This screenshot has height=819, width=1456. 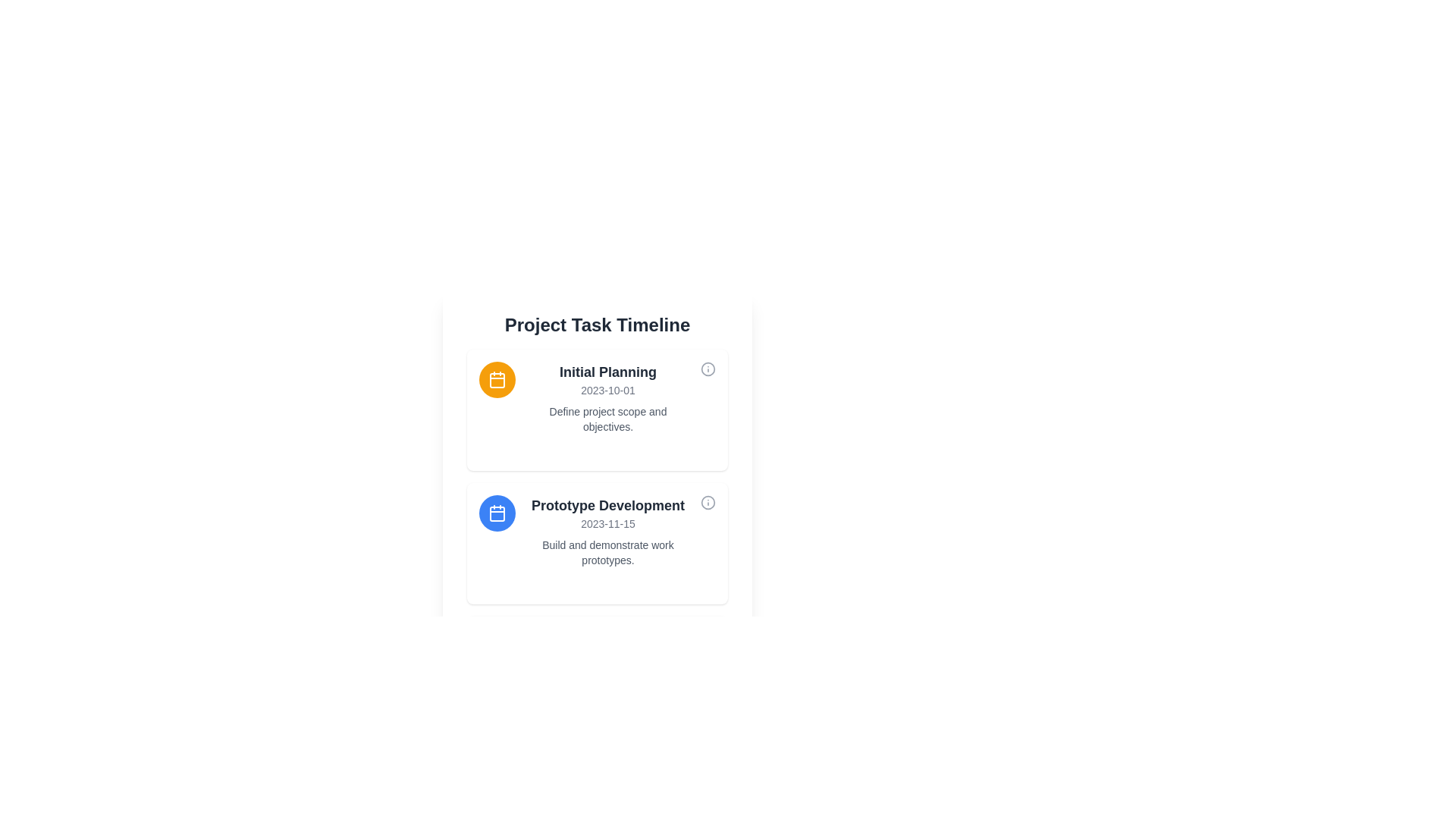 What do you see at coordinates (497, 379) in the screenshot?
I see `the circular icon with a bright orange background and a white calendar symbol located at the top left of the 'Initial Planning' task card` at bounding box center [497, 379].